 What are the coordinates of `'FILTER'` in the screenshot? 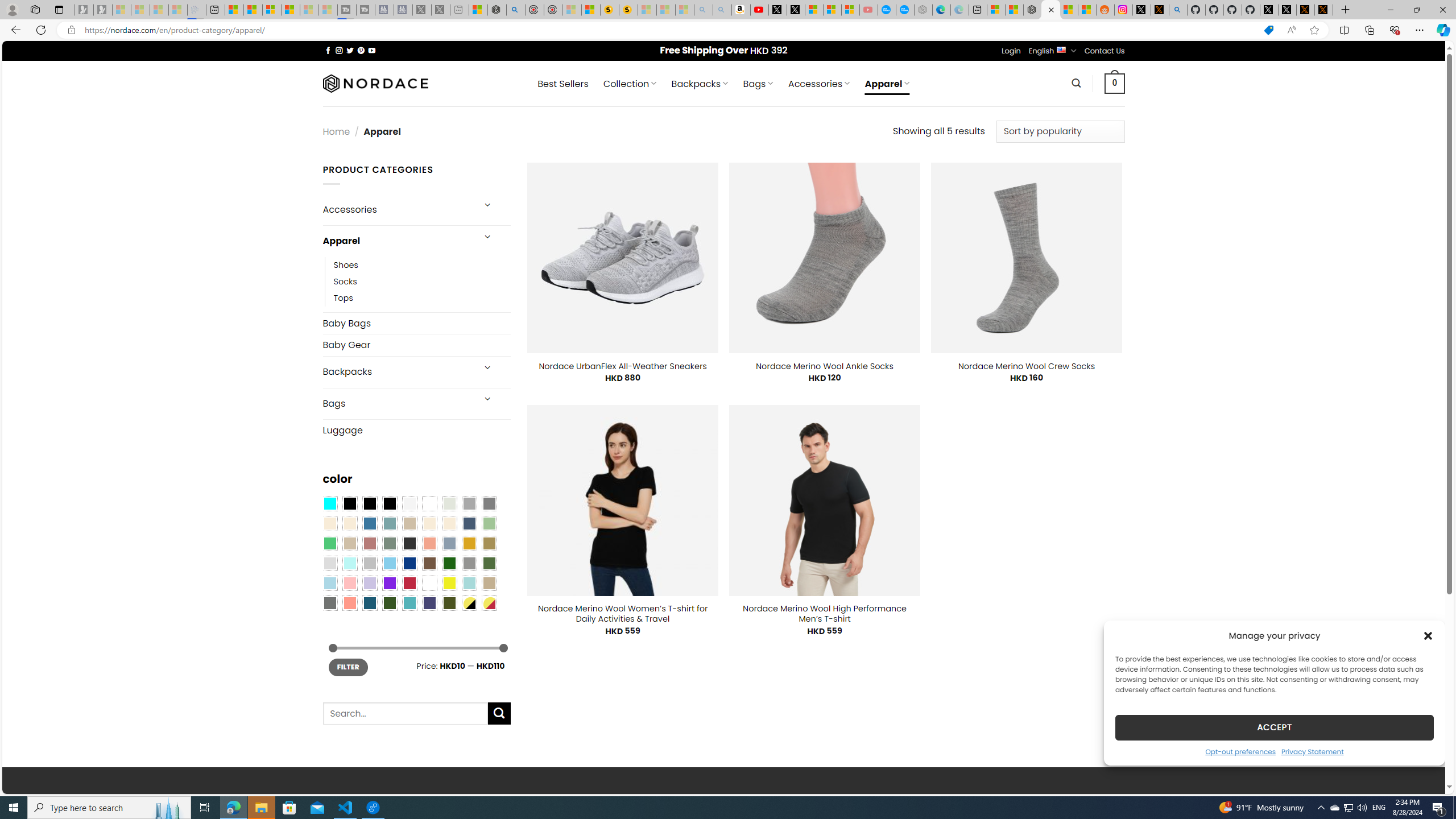 It's located at (348, 667).